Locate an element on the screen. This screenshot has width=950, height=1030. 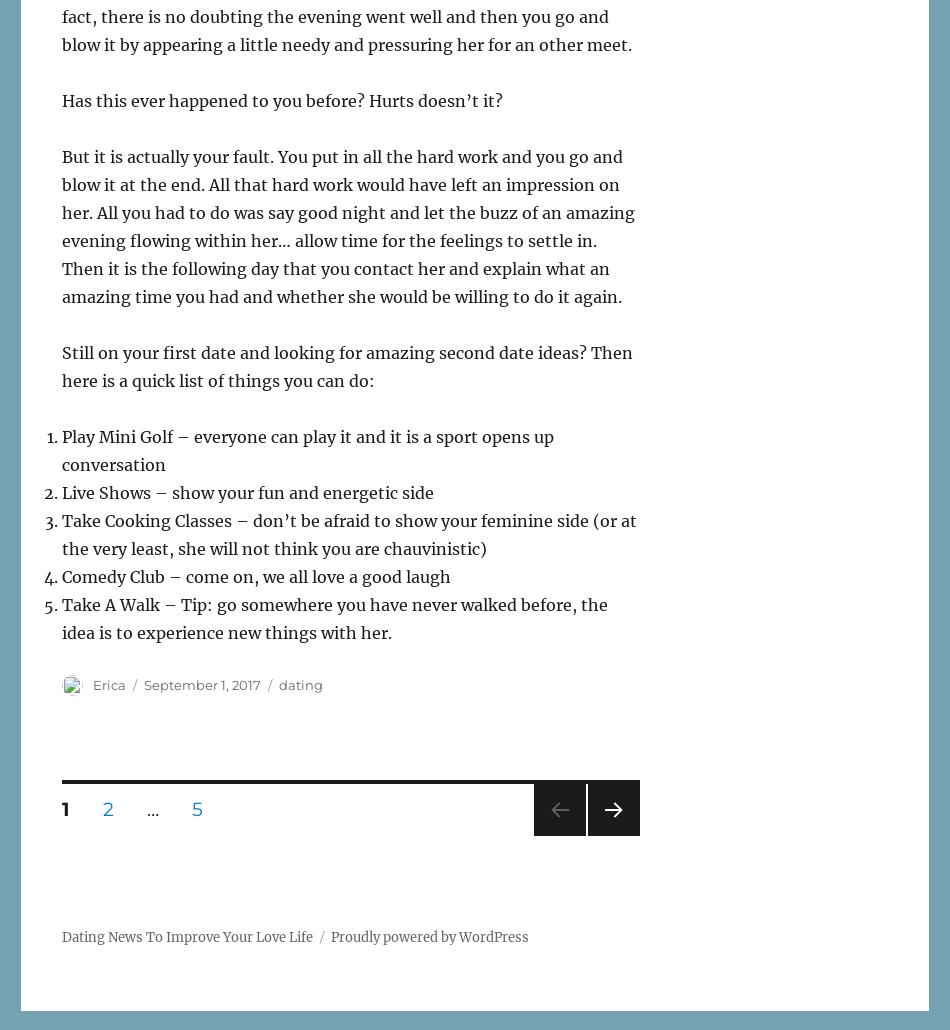
'Live Shows – show your fun and energetic side' is located at coordinates (247, 491).